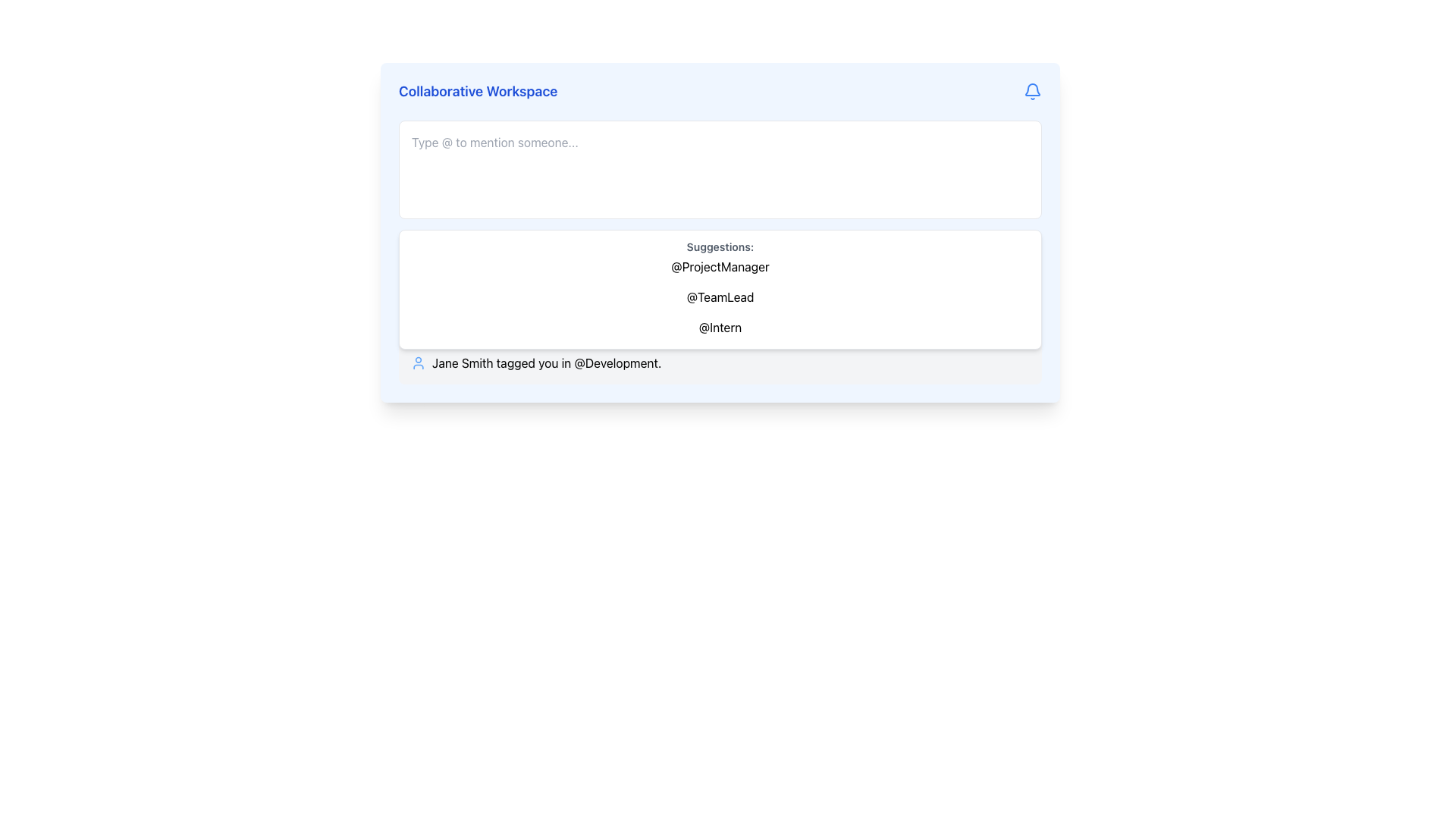  Describe the element at coordinates (720, 350) in the screenshot. I see `notification from the activity log that indicates 'Jane Smith tagged you in @Development.'` at that location.